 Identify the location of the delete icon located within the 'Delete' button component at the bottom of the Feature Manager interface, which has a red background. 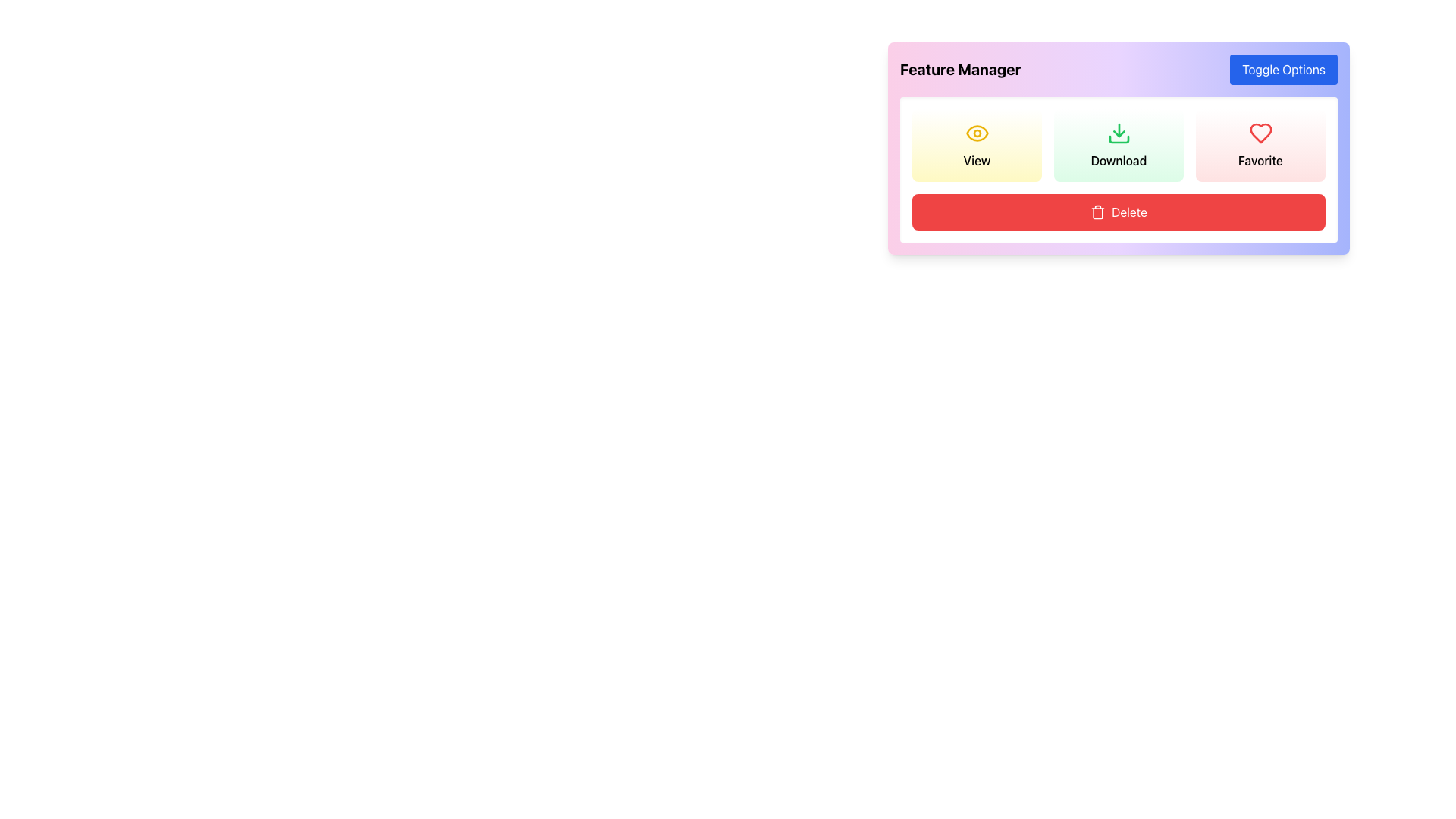
(1098, 213).